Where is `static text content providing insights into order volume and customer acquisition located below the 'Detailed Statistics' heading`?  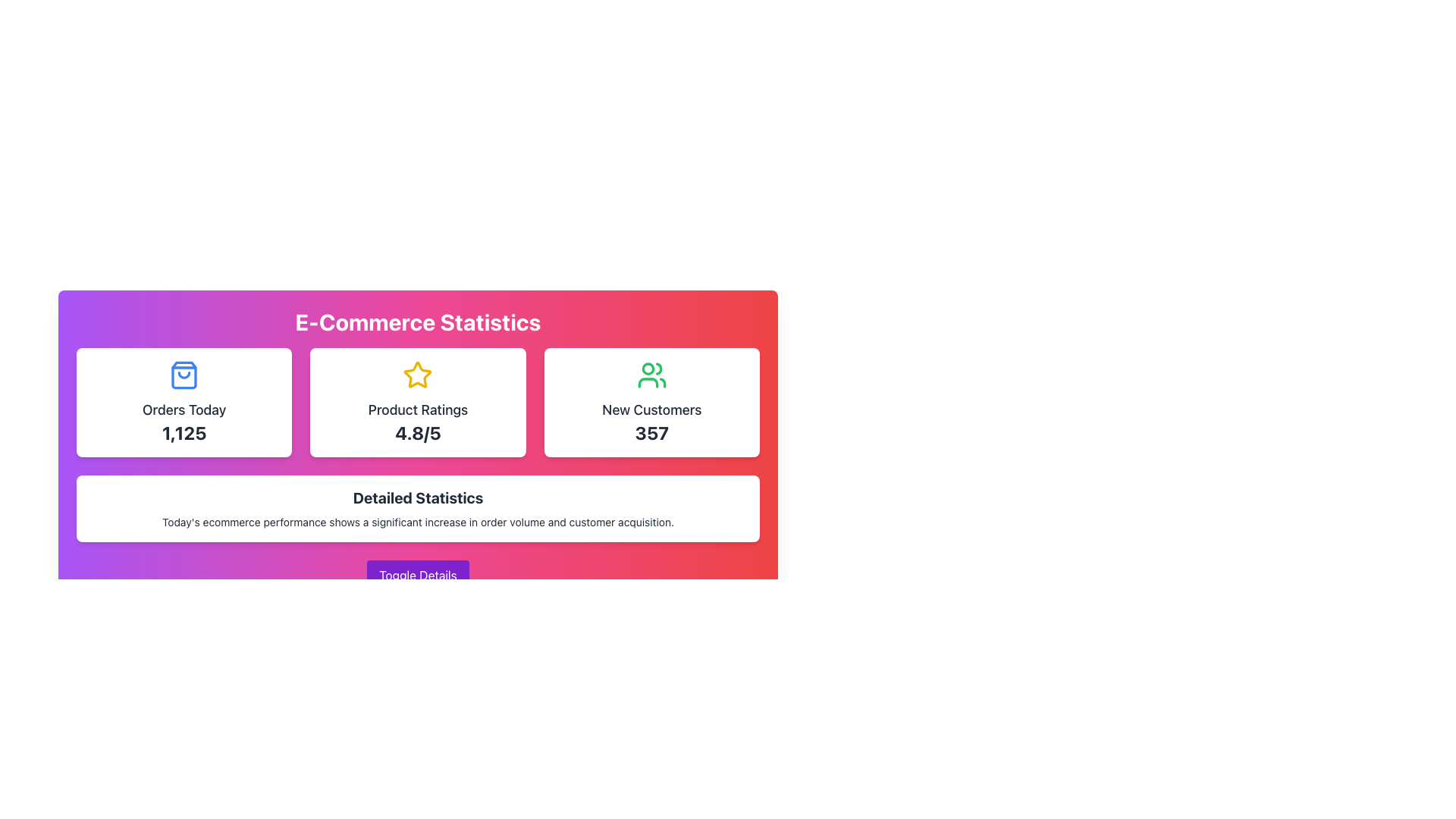 static text content providing insights into order volume and customer acquisition located below the 'Detailed Statistics' heading is located at coordinates (418, 522).